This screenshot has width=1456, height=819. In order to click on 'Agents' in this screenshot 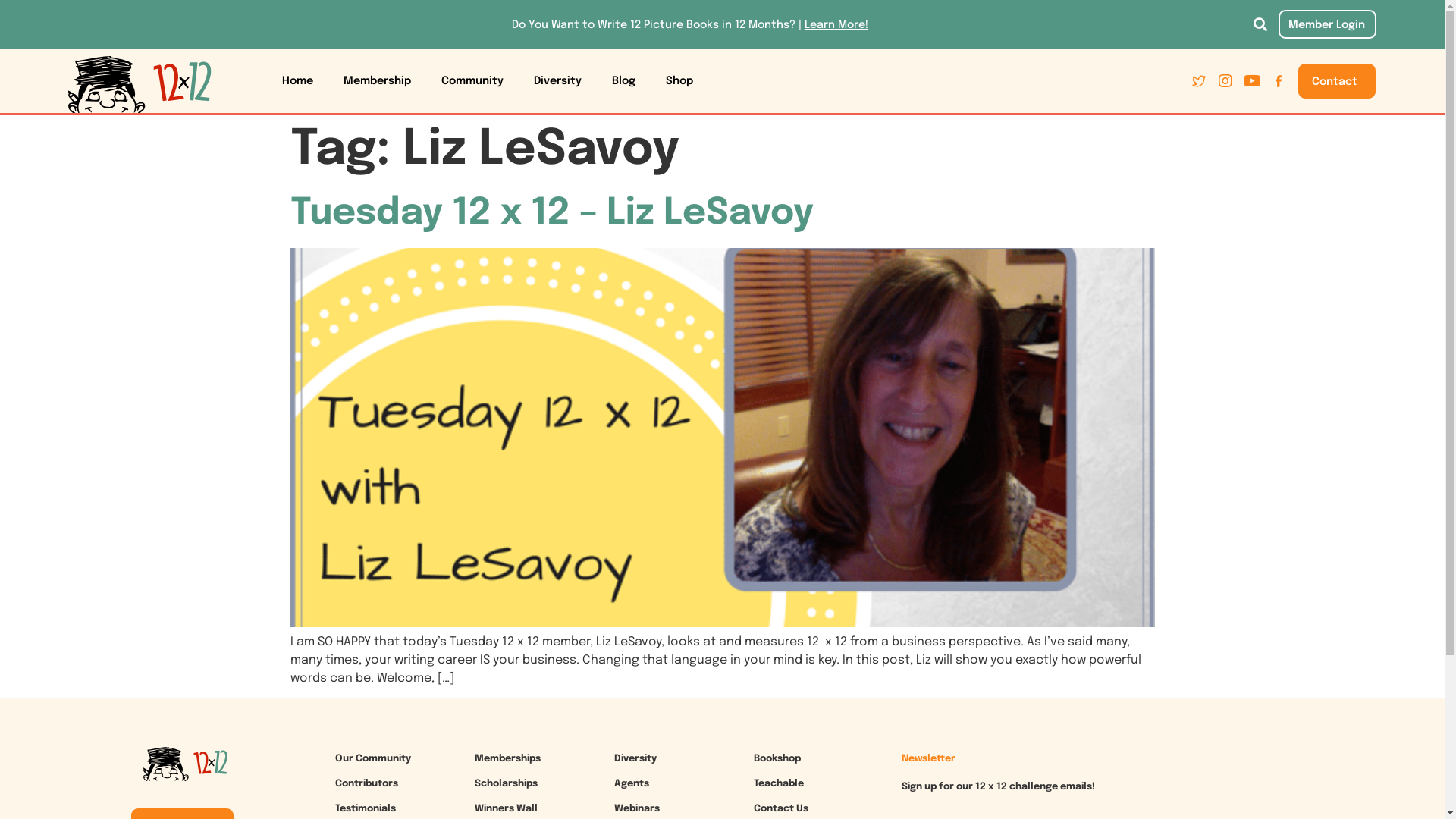, I will do `click(614, 783)`.